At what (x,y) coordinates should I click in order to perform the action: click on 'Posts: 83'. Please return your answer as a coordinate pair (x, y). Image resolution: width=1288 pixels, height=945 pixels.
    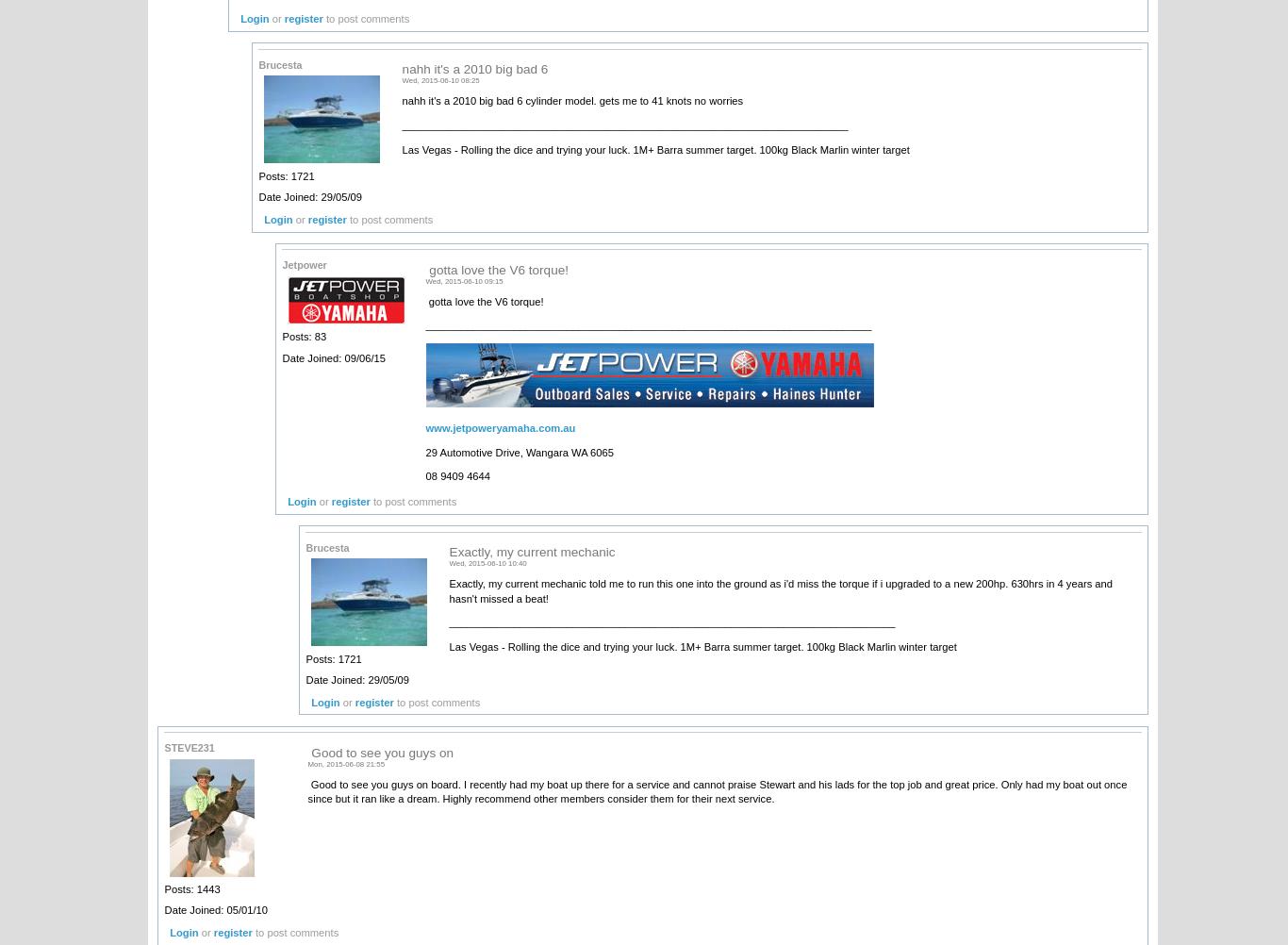
    Looking at the image, I should click on (304, 337).